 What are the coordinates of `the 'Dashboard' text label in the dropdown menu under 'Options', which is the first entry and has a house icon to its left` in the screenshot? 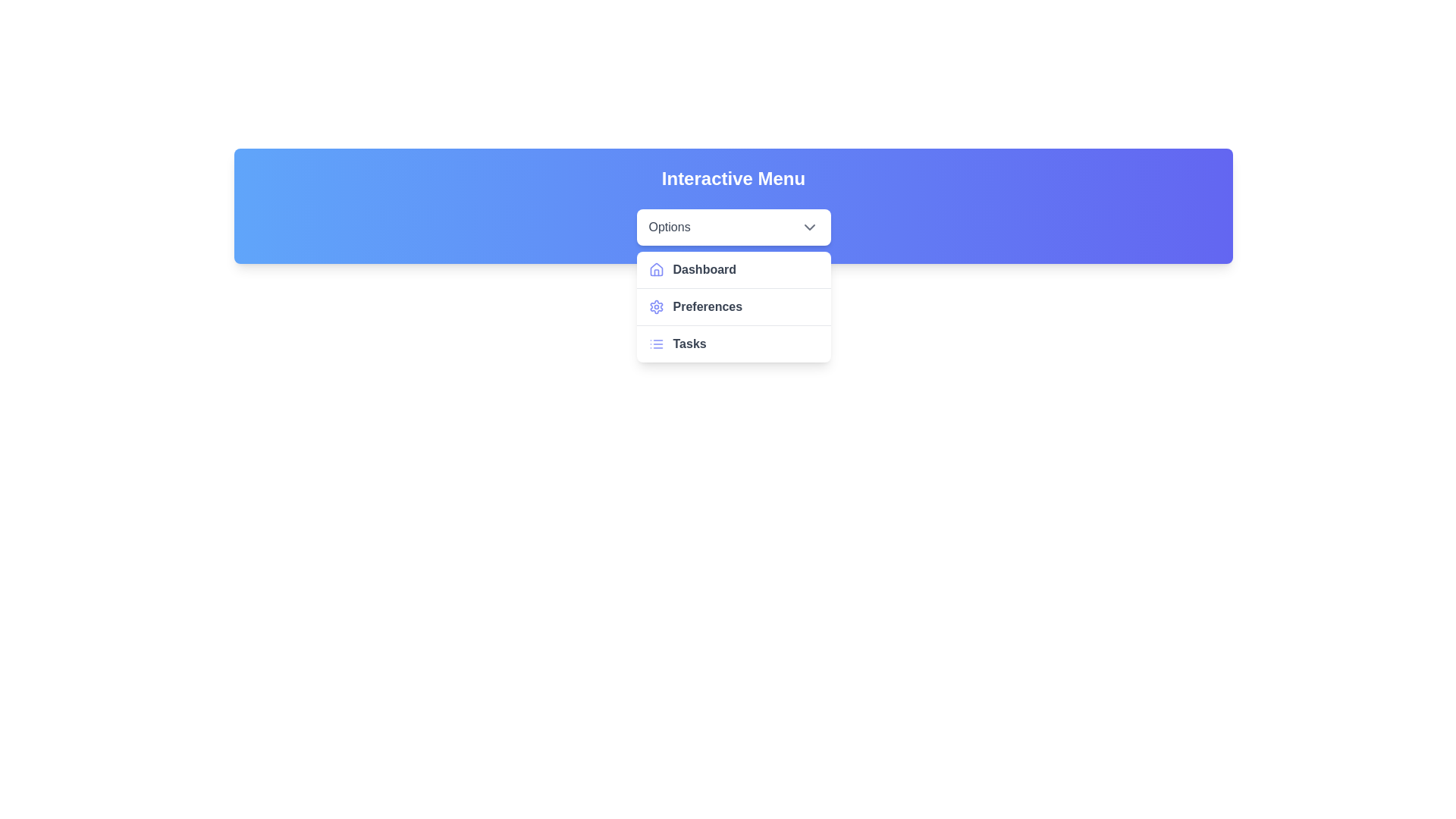 It's located at (704, 268).